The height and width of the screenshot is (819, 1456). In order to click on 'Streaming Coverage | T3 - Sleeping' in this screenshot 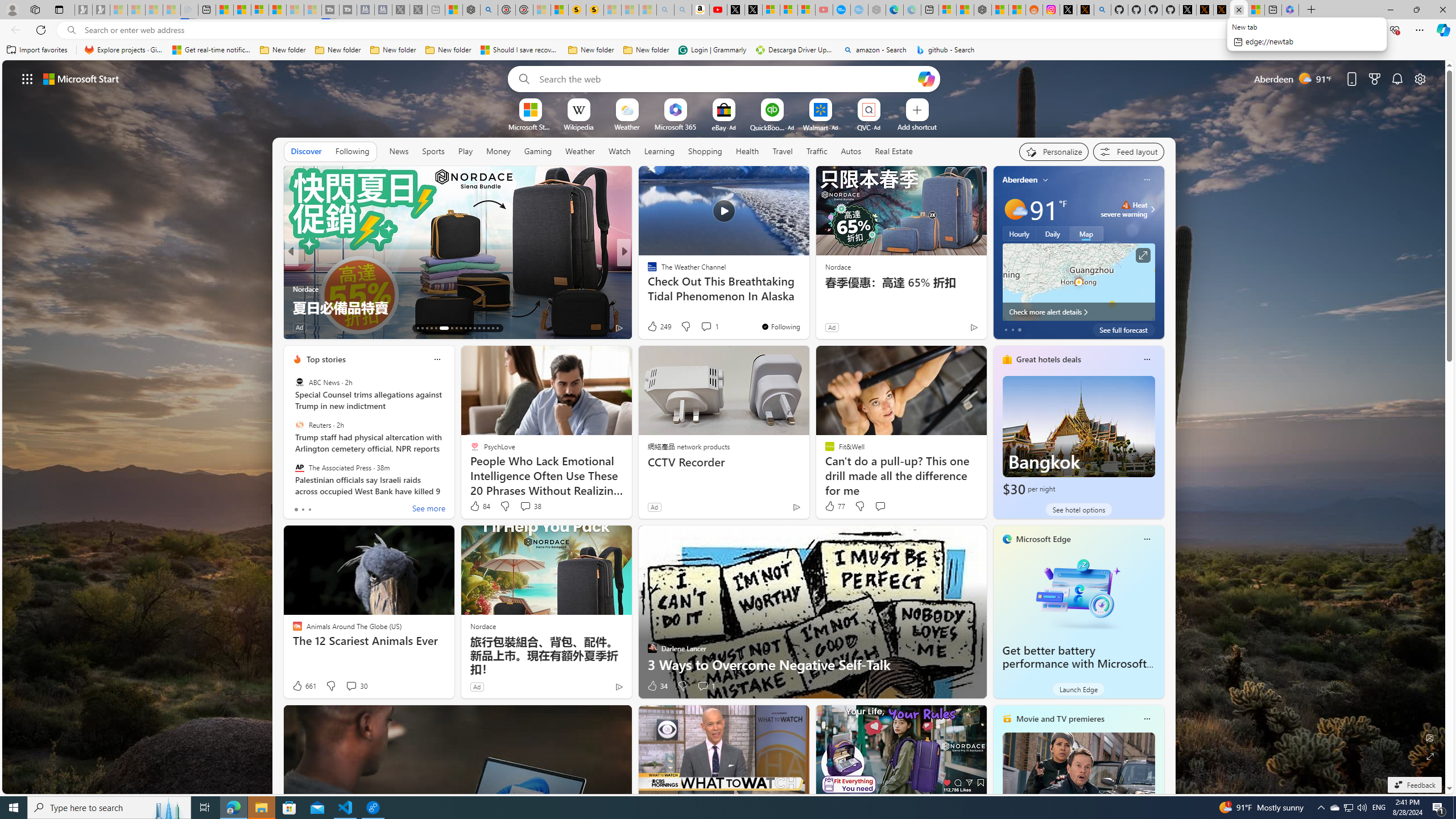, I will do `click(330, 9)`.